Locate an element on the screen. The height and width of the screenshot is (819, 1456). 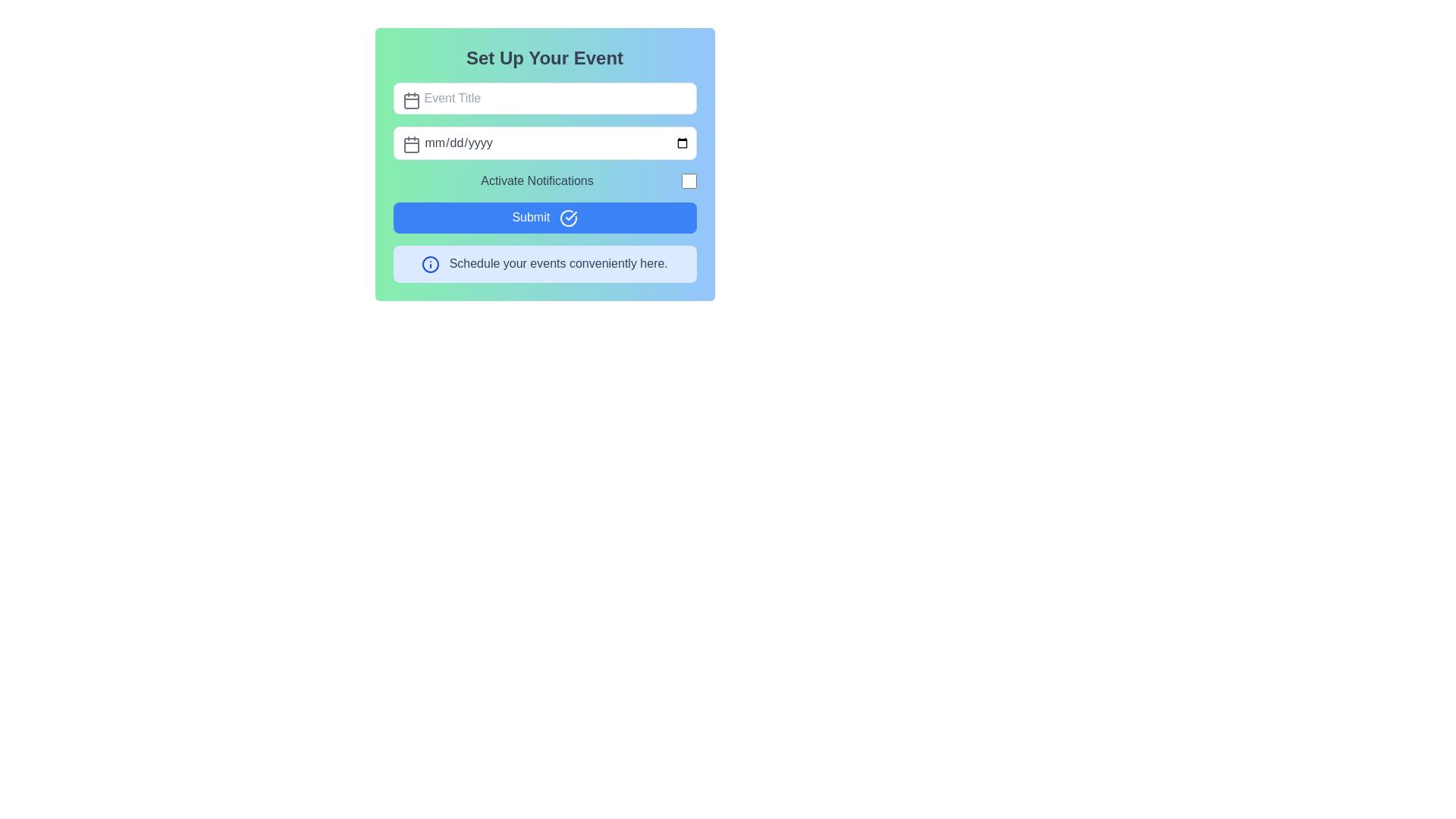
the informational text box with a light blue background and an 'i' icon, which contains the text 'Schedule your events conveniently here.' is located at coordinates (544, 263).